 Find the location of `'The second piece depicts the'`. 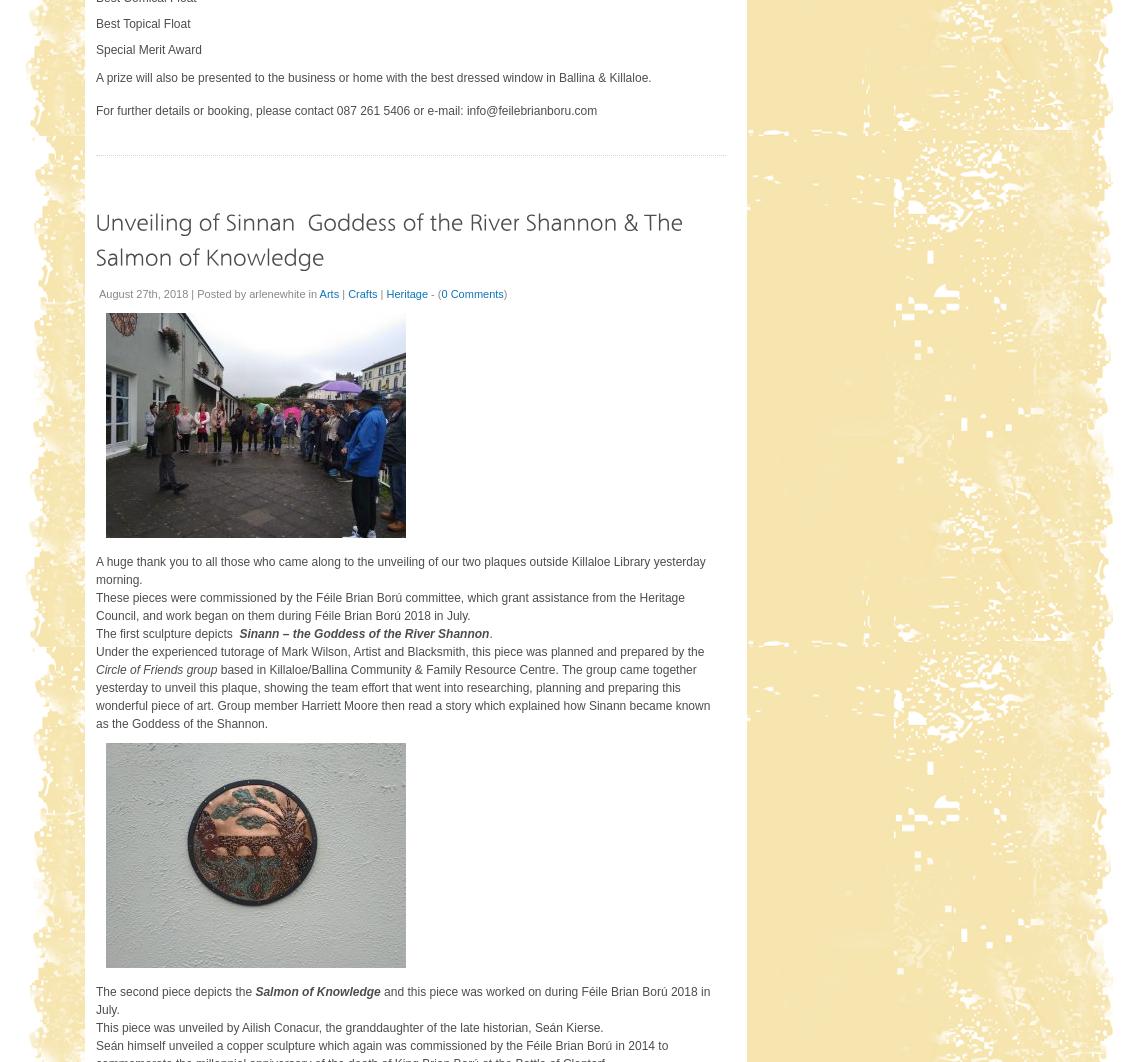

'The second piece depicts the' is located at coordinates (94, 989).